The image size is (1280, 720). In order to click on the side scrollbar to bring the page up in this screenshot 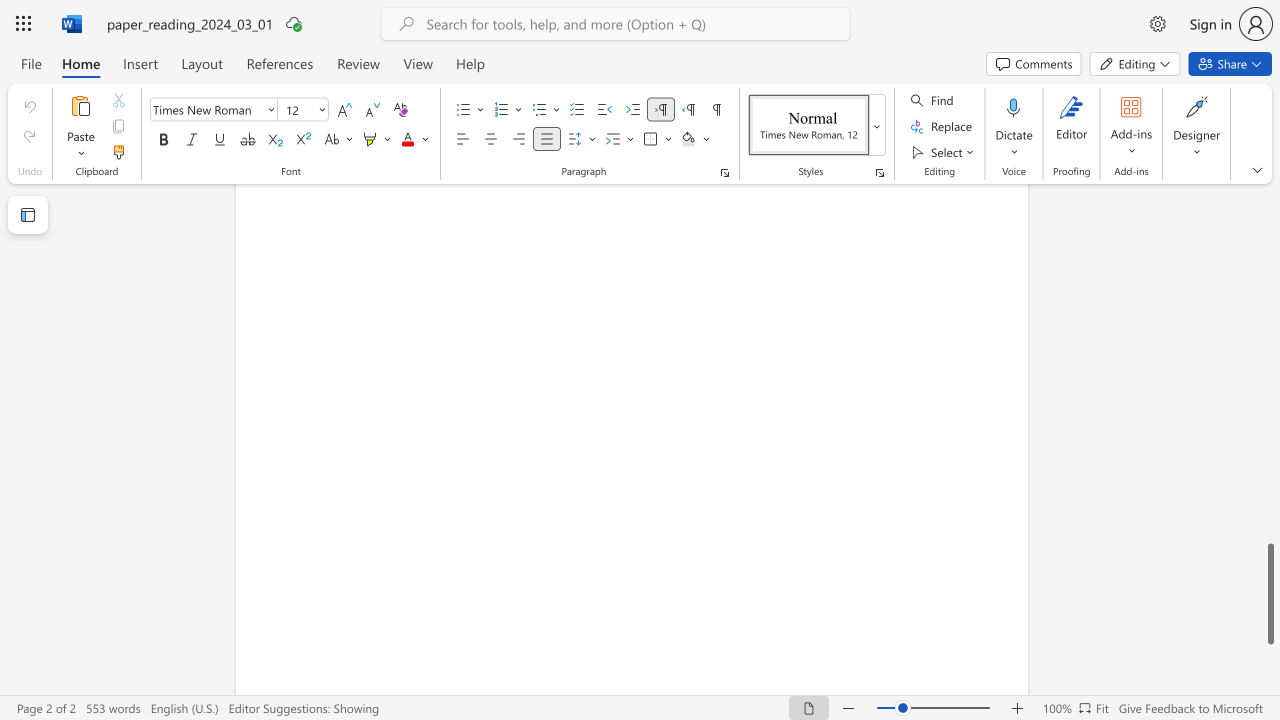, I will do `click(1269, 480)`.